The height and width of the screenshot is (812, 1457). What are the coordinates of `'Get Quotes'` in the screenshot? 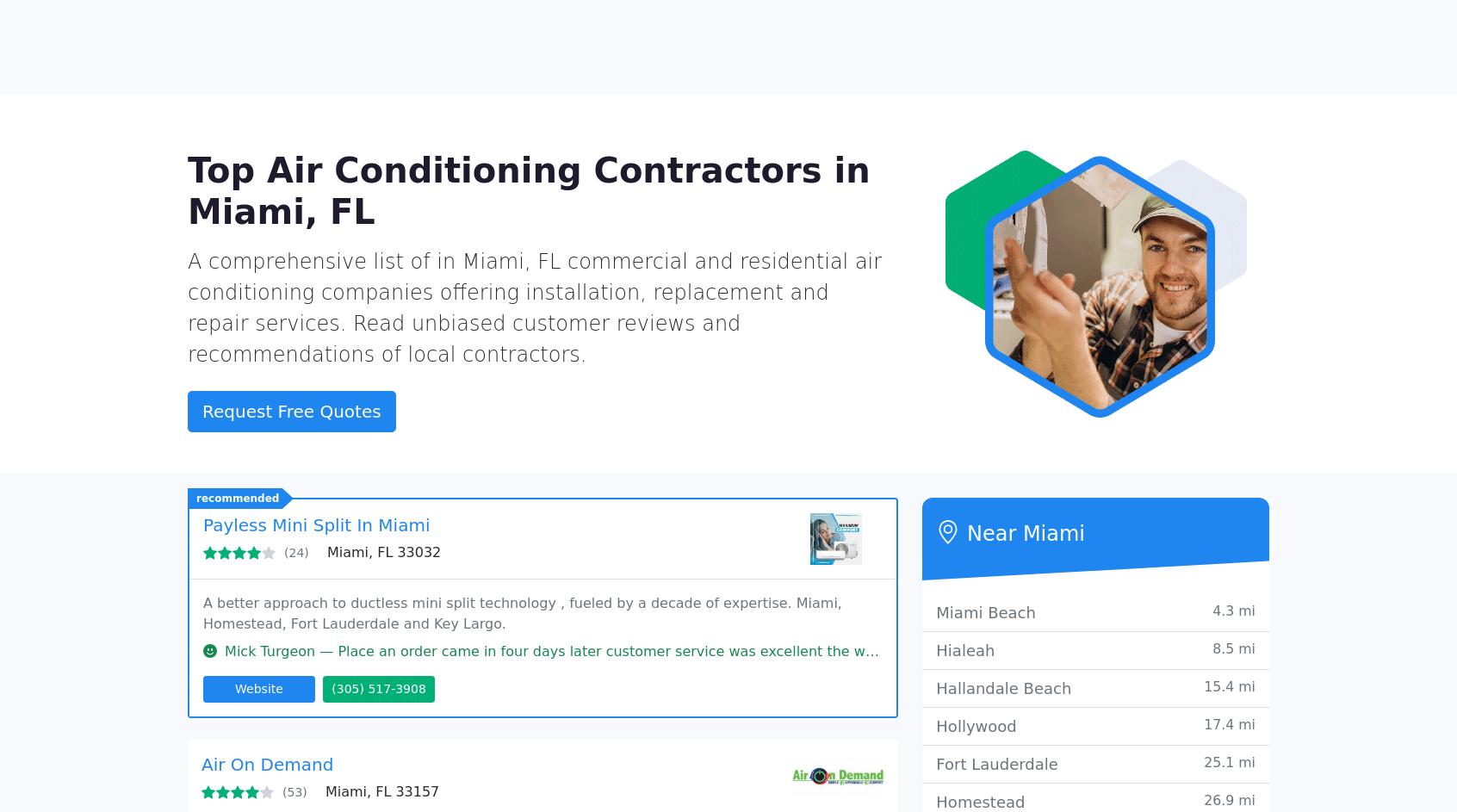 It's located at (1037, 25).